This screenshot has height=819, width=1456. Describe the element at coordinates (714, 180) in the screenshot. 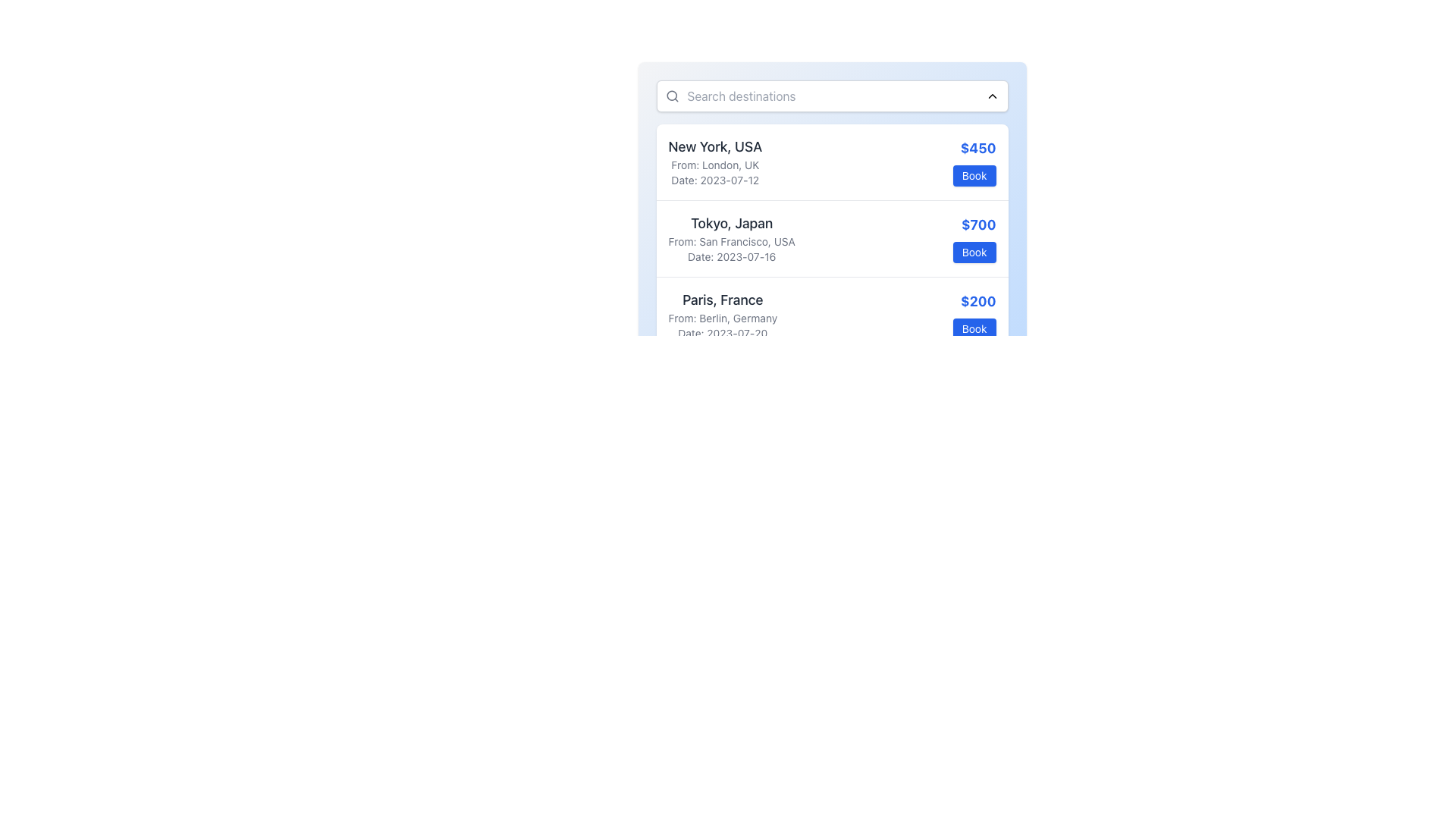

I see `the text element displaying 'Date: 2023-07-12', which is positioned beneath 'From: London, UK' in the flight destination block` at that location.